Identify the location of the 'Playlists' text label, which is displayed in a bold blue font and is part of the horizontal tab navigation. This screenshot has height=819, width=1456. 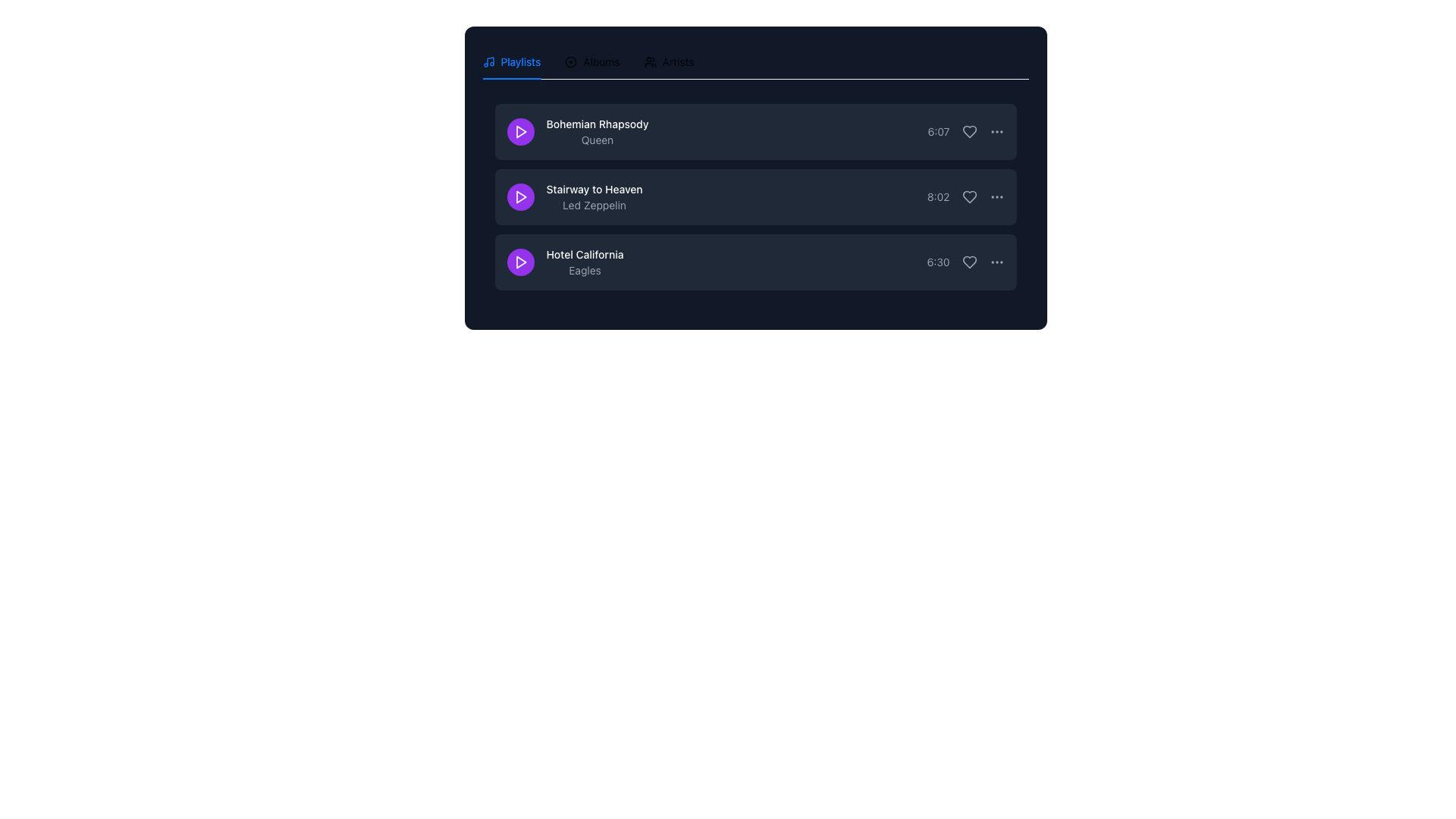
(520, 61).